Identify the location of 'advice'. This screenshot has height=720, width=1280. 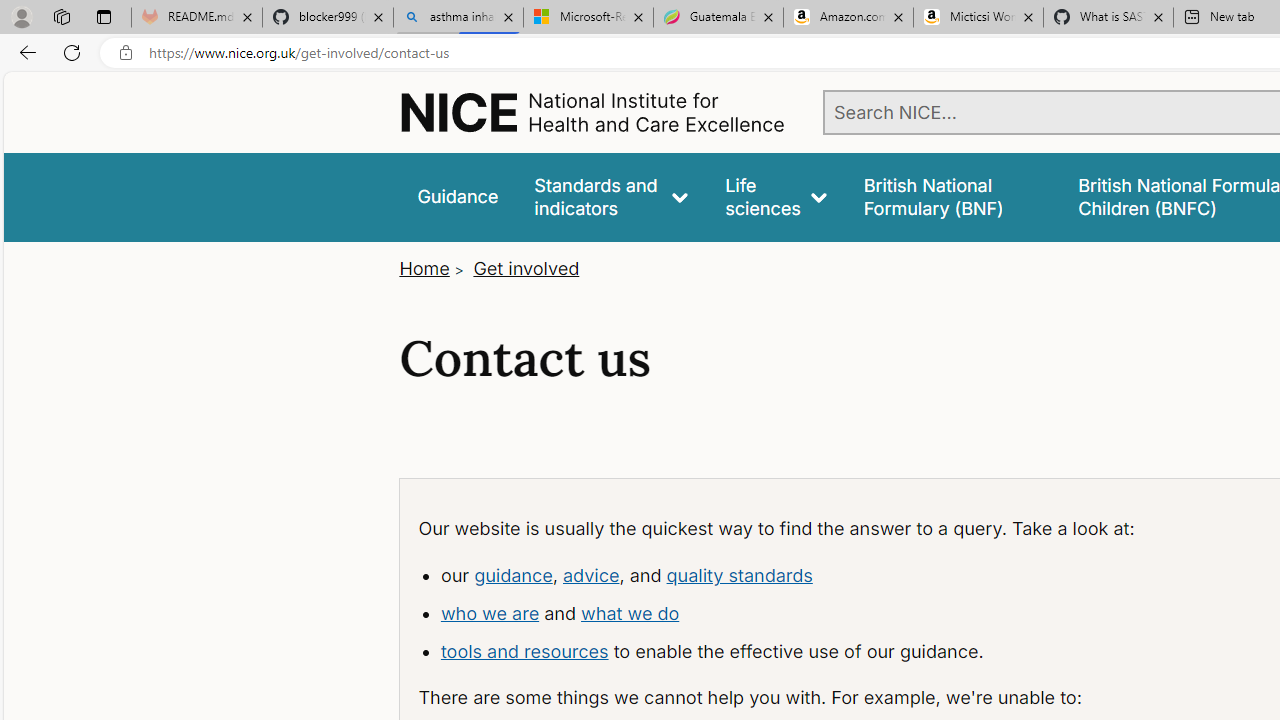
(590, 574).